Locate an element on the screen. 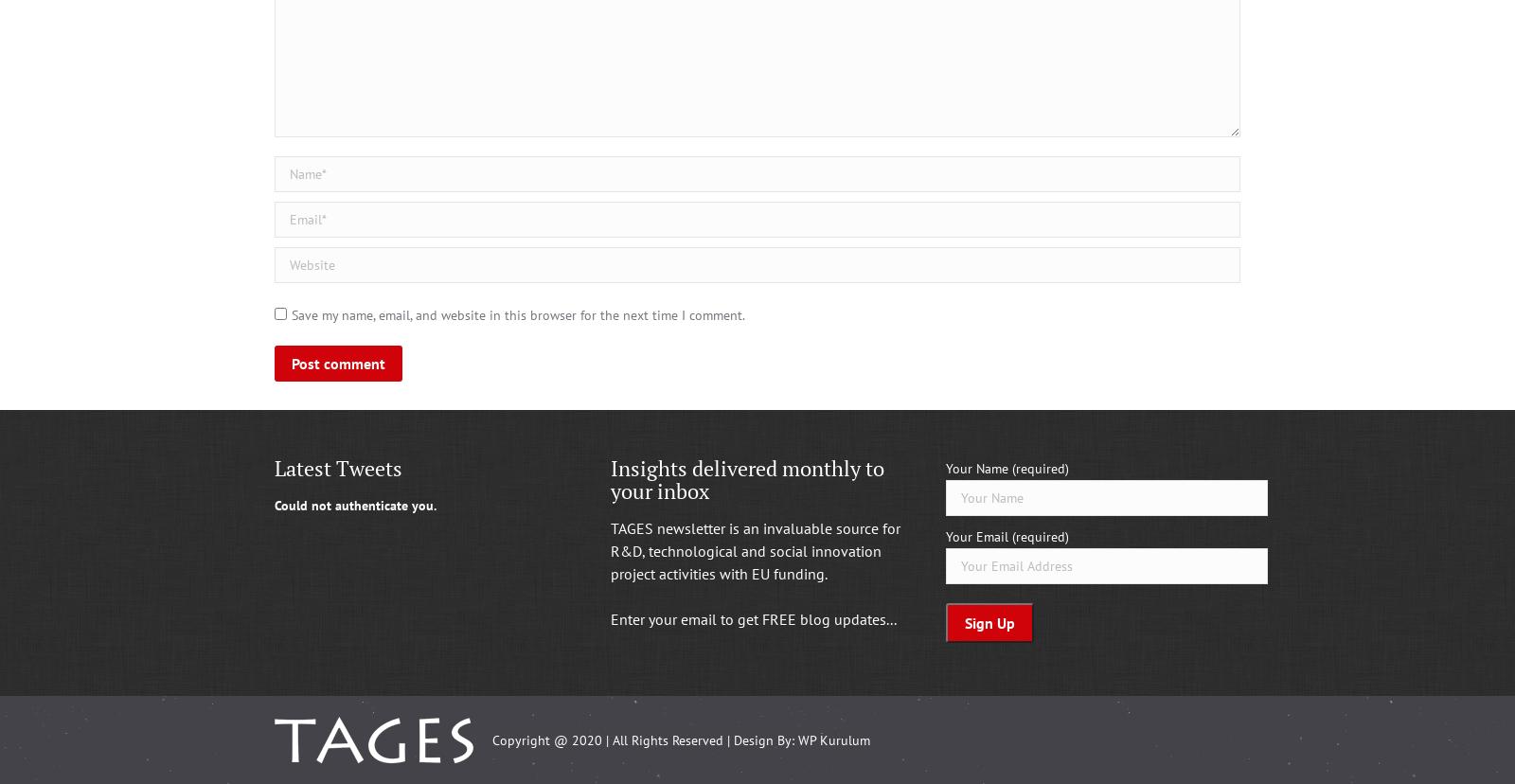  'Your Email (required)' is located at coordinates (1007, 537).